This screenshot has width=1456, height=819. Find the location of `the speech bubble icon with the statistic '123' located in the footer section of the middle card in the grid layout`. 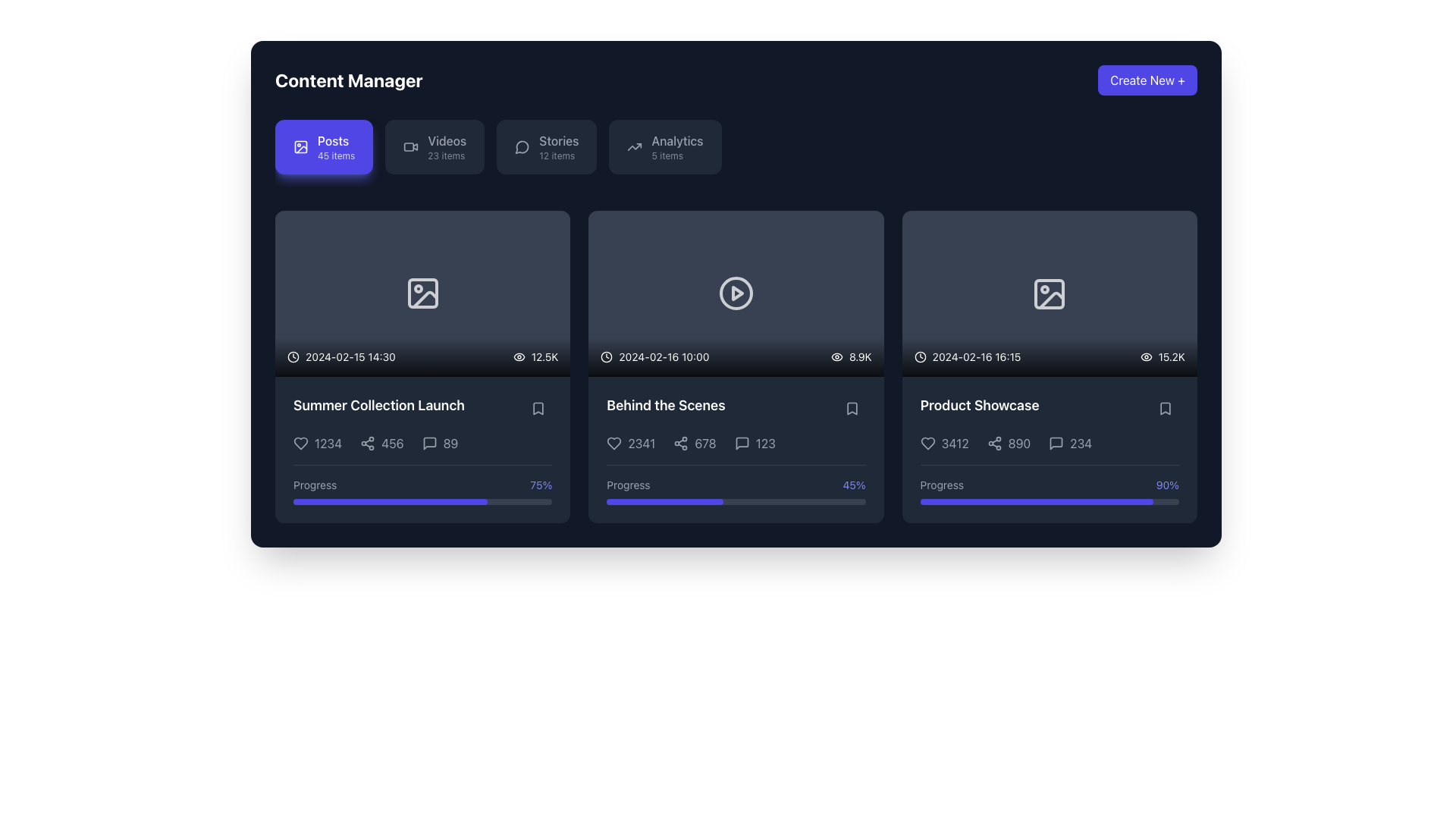

the speech bubble icon with the statistic '123' located in the footer section of the middle card in the grid layout is located at coordinates (736, 443).